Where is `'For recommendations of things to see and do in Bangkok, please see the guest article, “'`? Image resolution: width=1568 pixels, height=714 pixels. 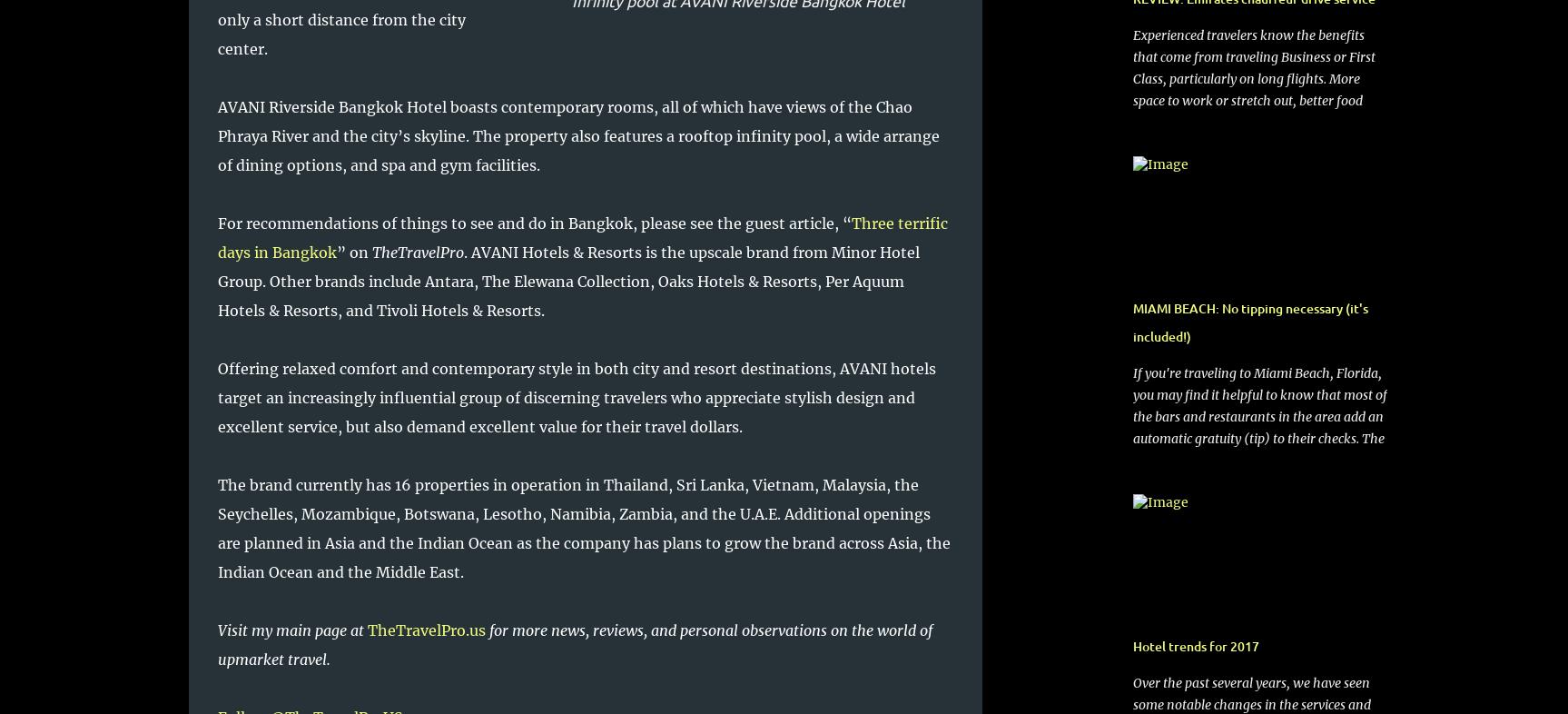 'For recommendations of things to see and do in Bangkok, please see the guest article, “' is located at coordinates (534, 223).